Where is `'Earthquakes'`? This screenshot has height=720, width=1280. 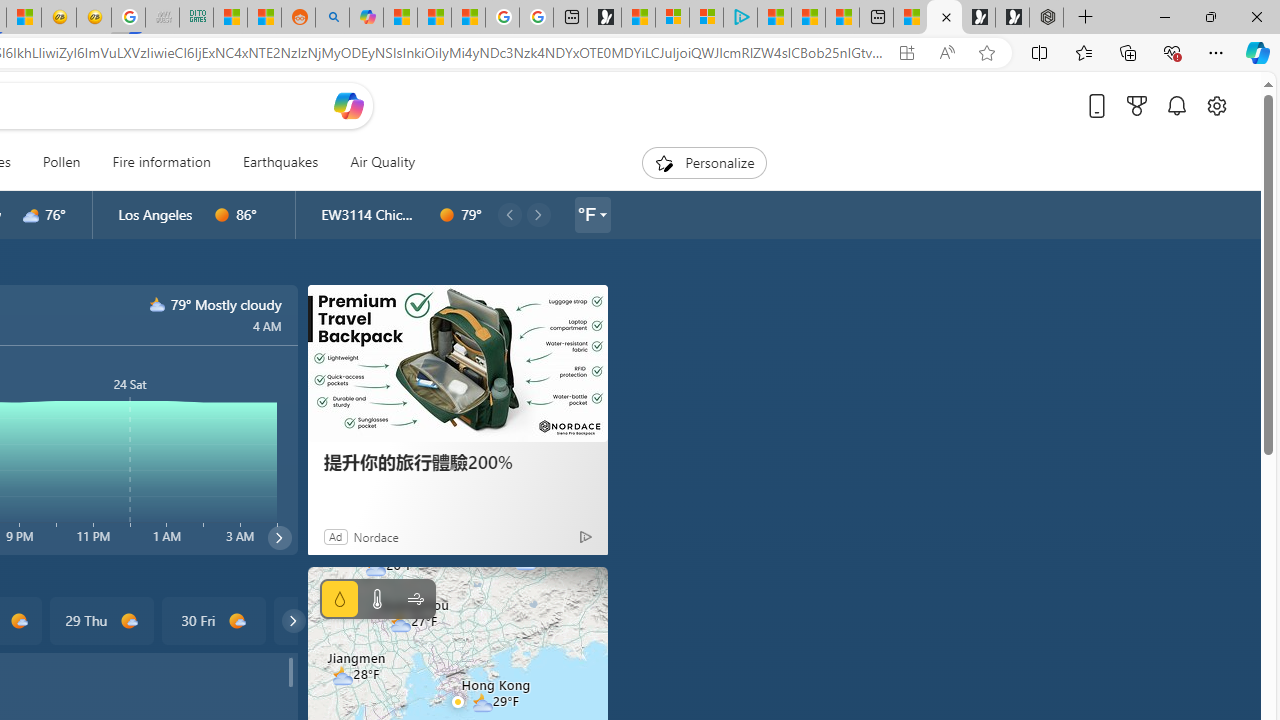 'Earthquakes' is located at coordinates (279, 162).